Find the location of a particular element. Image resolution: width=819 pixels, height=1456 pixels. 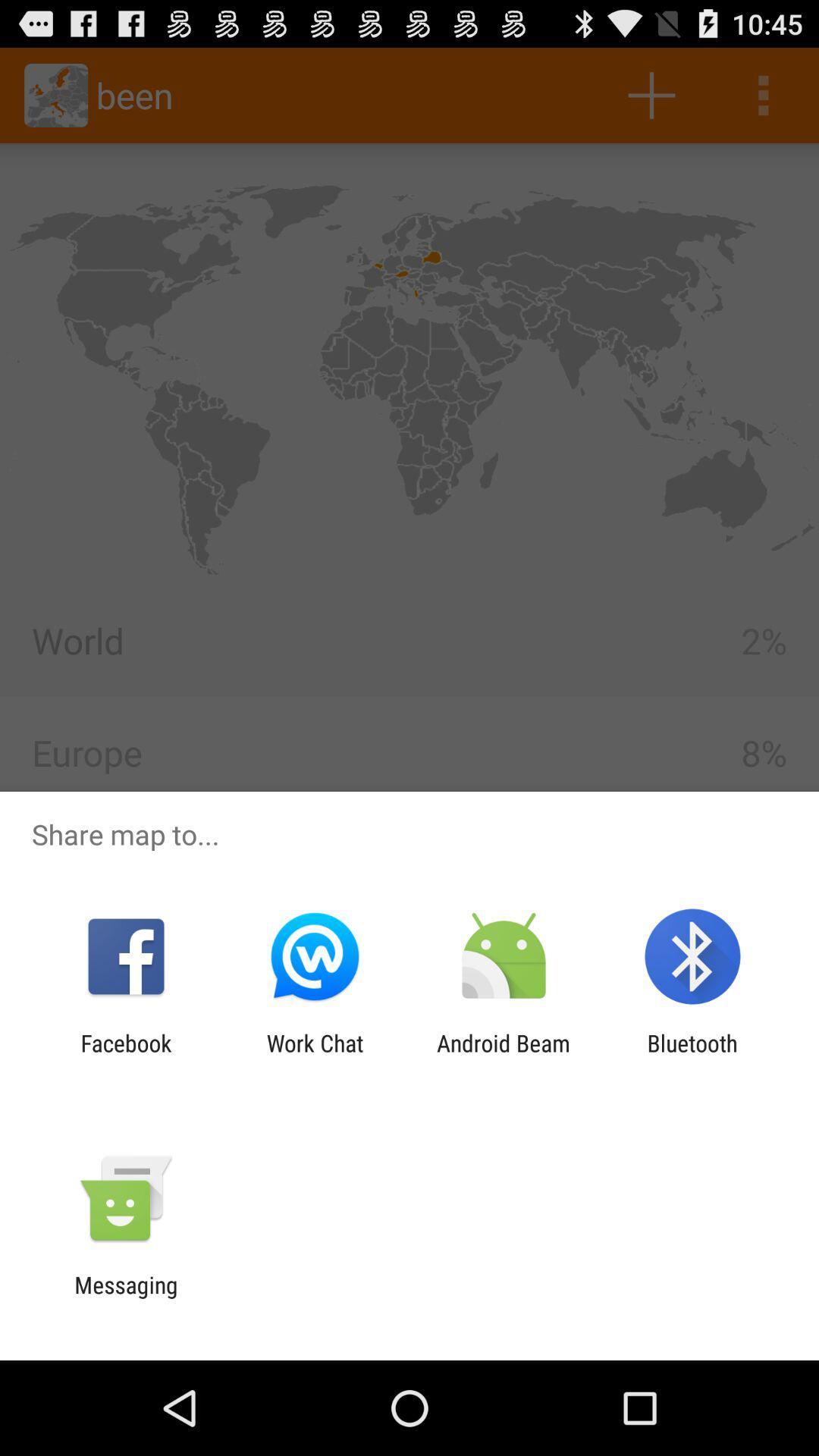

the item next to the facebook item is located at coordinates (314, 1056).